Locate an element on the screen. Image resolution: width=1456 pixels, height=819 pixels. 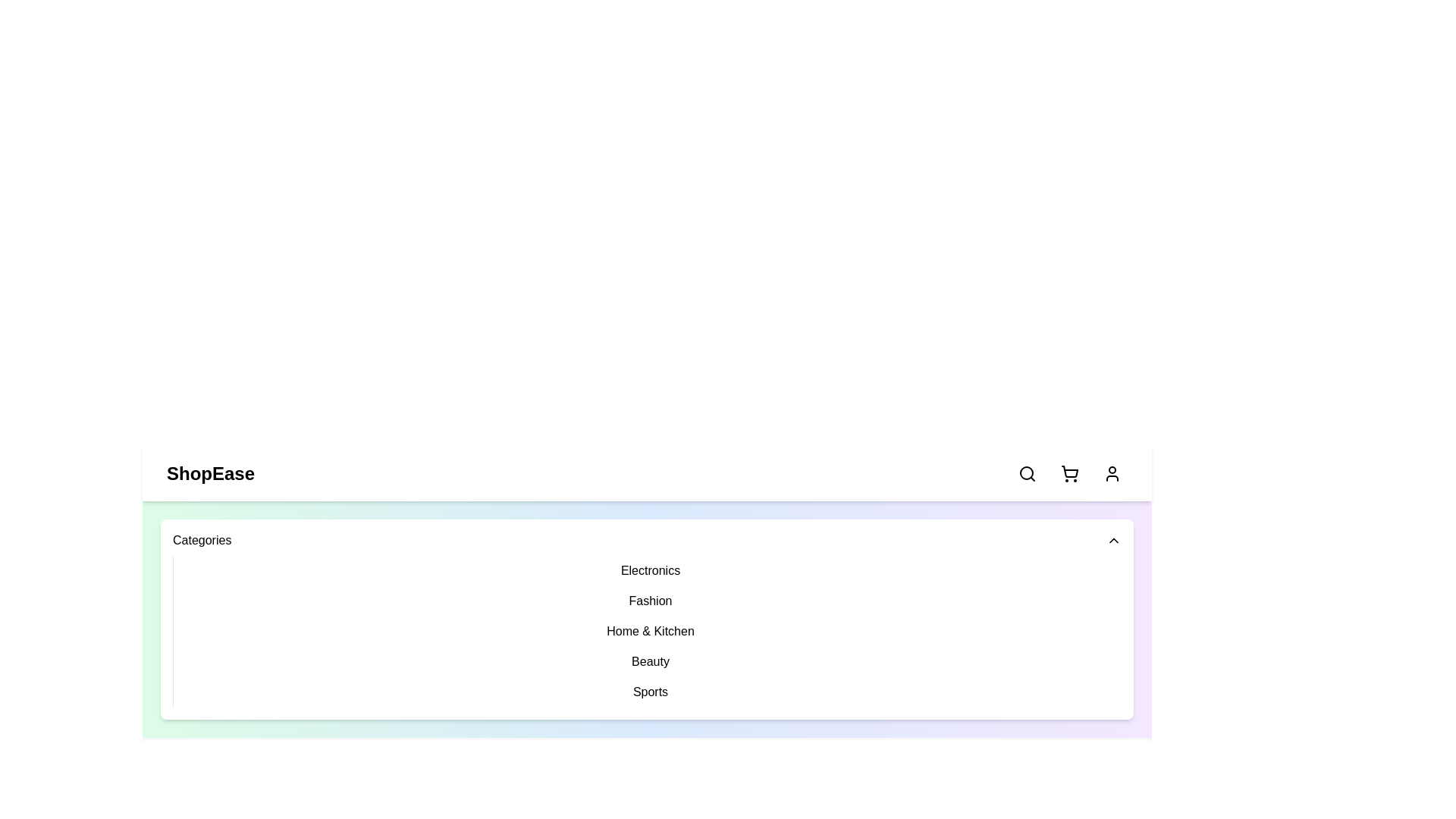
the 'Sports' text label, which is styled in a typical list format with black text on a white background is located at coordinates (651, 692).